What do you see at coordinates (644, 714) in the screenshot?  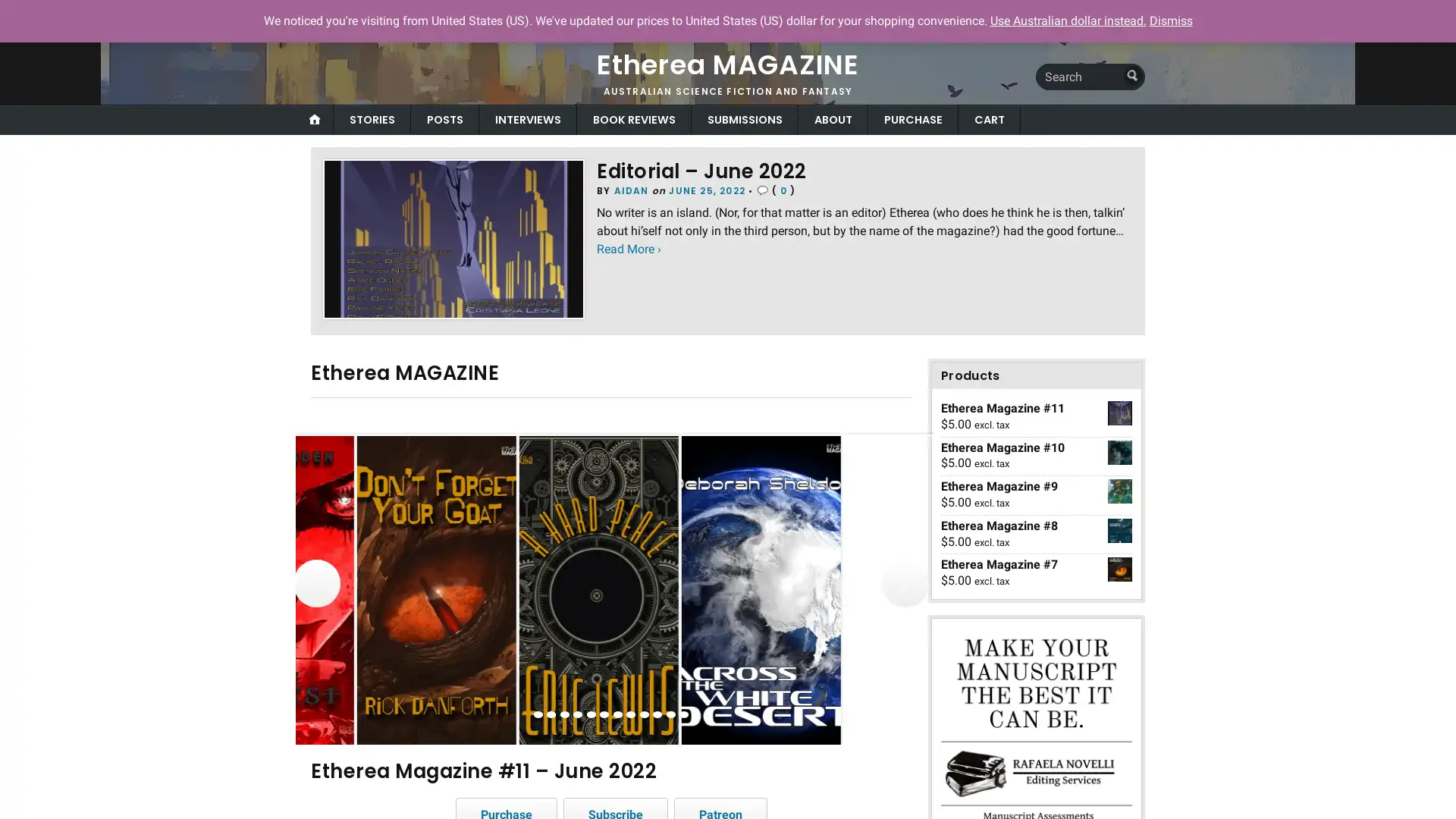 I see `view image 9 of 12 in carousel` at bounding box center [644, 714].